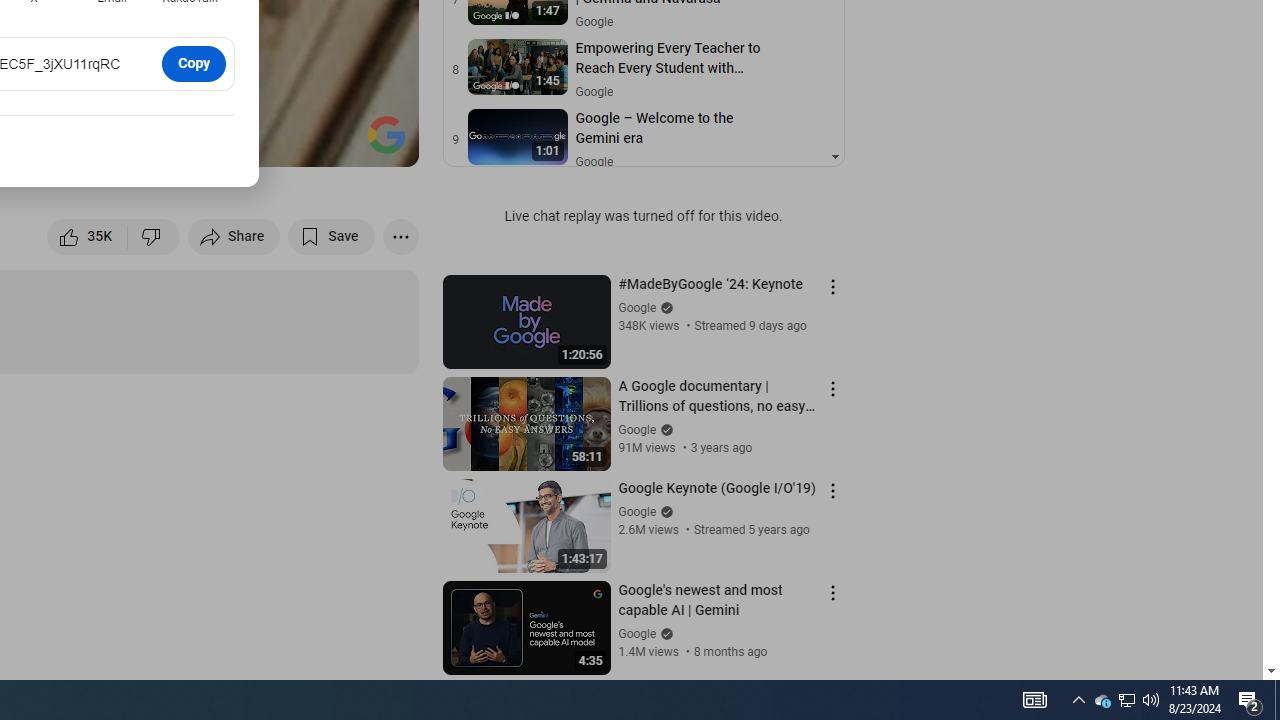 This screenshot has width=1280, height=720. What do you see at coordinates (386, 135) in the screenshot?
I see `'Channel watermark'` at bounding box center [386, 135].